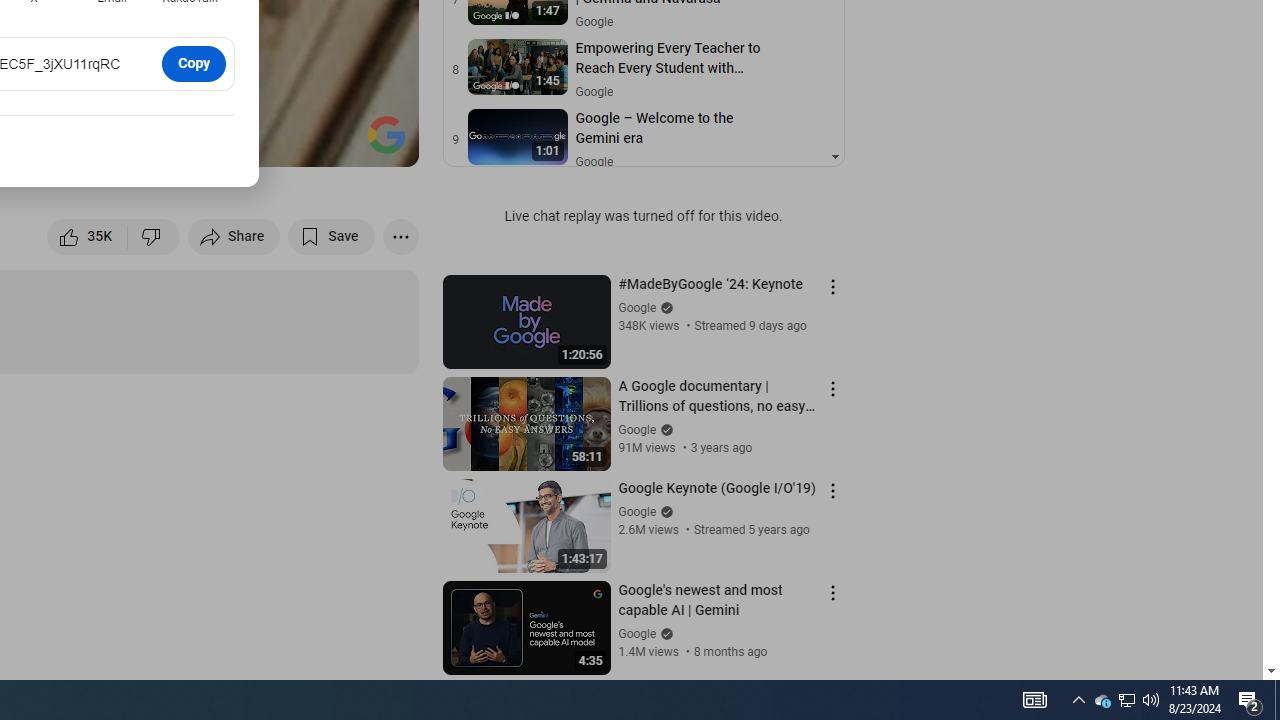 This screenshot has width=1280, height=720. What do you see at coordinates (386, 135) in the screenshot?
I see `'Channel watermark'` at bounding box center [386, 135].